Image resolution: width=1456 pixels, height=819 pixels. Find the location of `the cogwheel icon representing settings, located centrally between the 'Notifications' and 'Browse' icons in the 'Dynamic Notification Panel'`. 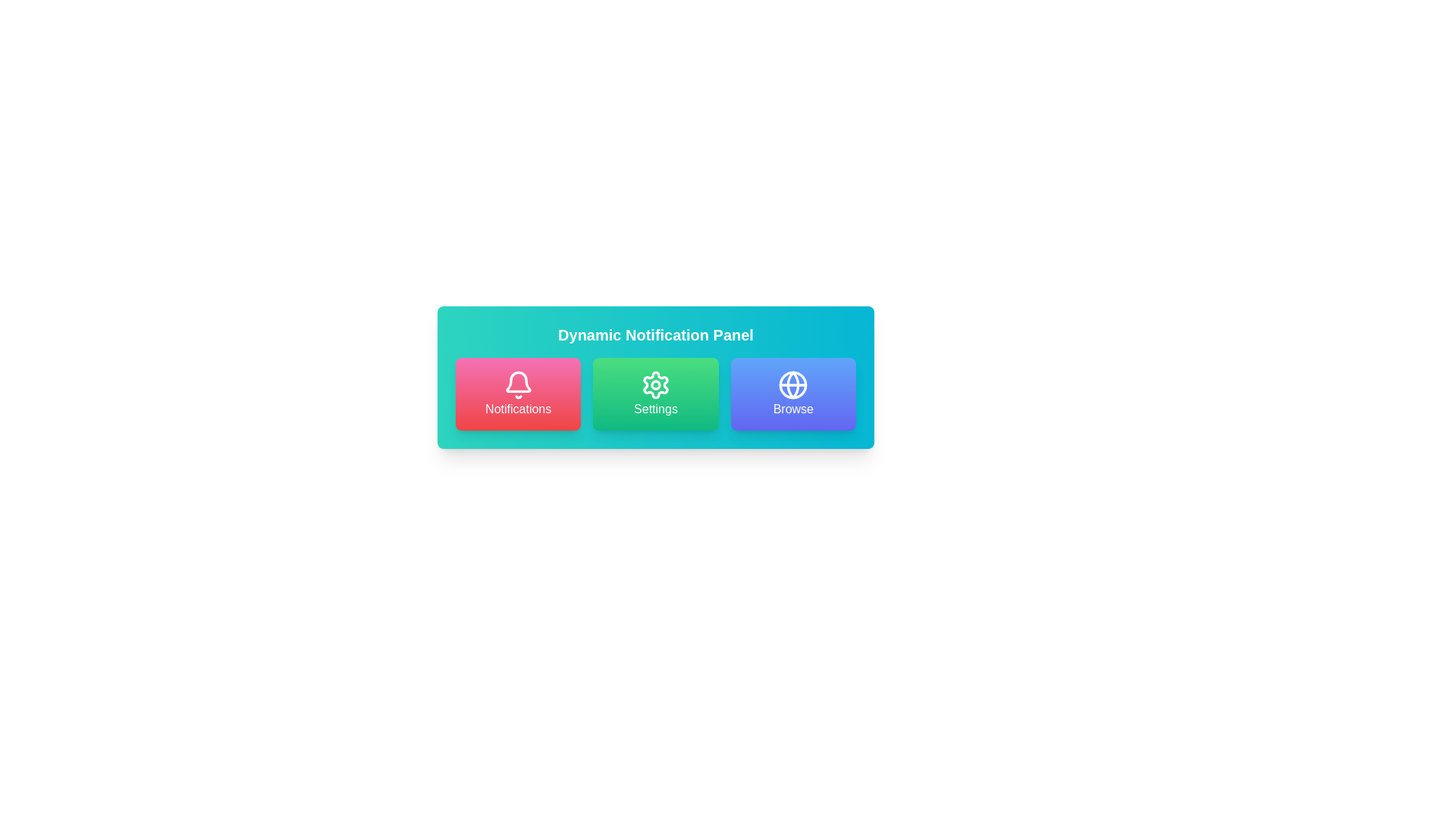

the cogwheel icon representing settings, located centrally between the 'Notifications' and 'Browse' icons in the 'Dynamic Notification Panel' is located at coordinates (655, 384).